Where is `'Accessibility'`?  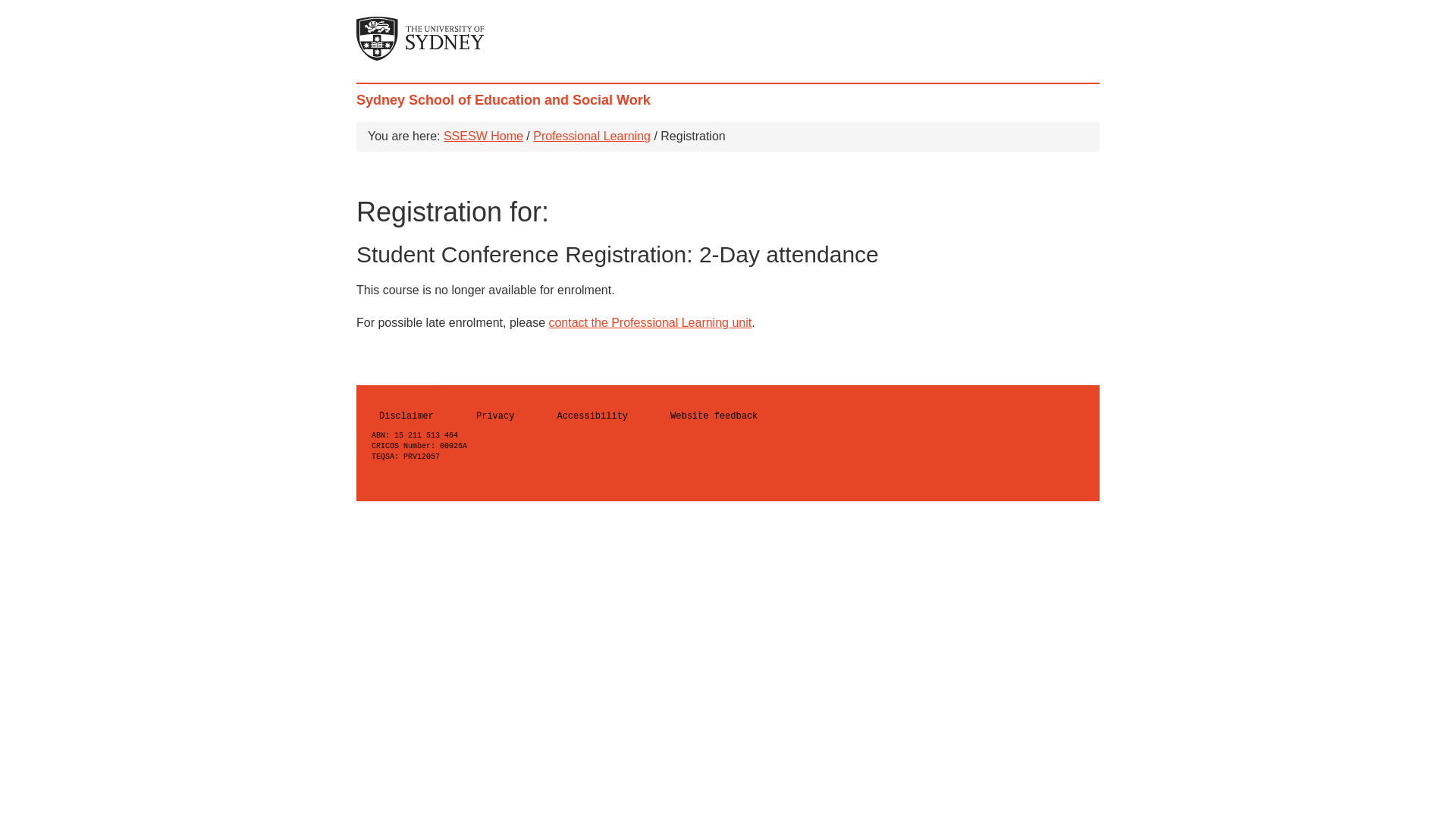
'Accessibility' is located at coordinates (613, 416).